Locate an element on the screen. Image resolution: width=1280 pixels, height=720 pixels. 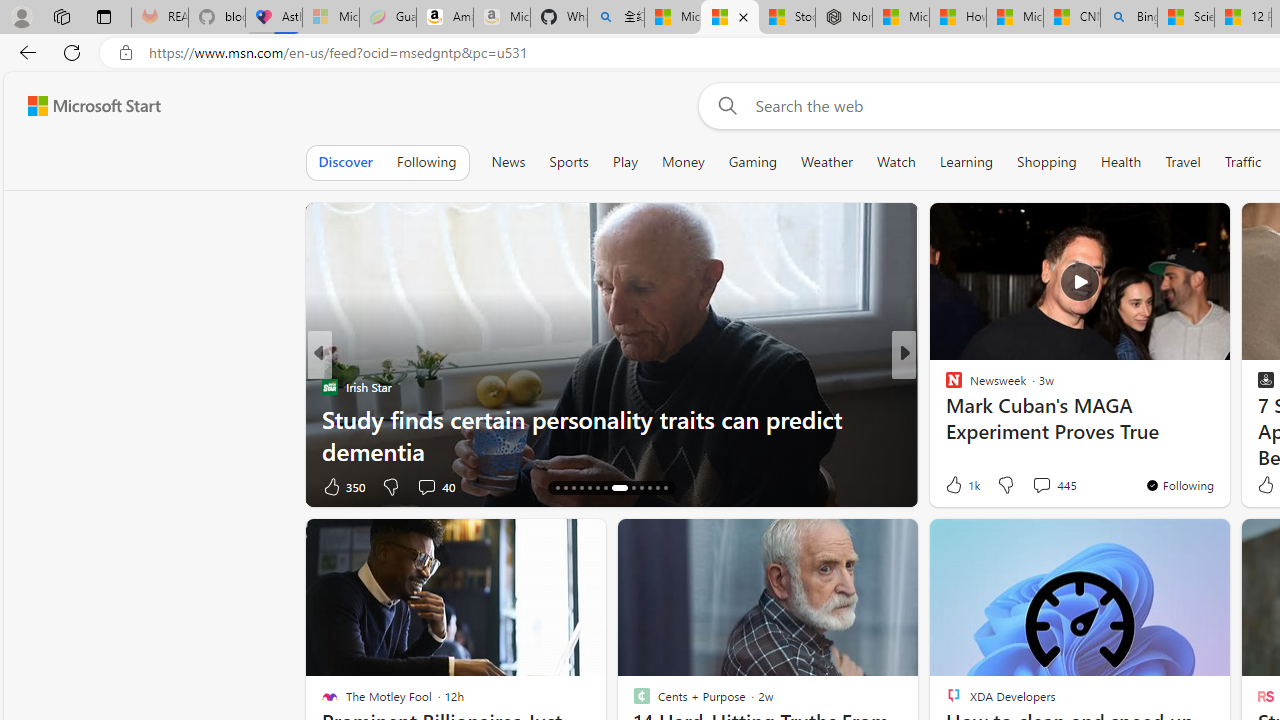
'View comments 40 Comment' is located at coordinates (434, 486).